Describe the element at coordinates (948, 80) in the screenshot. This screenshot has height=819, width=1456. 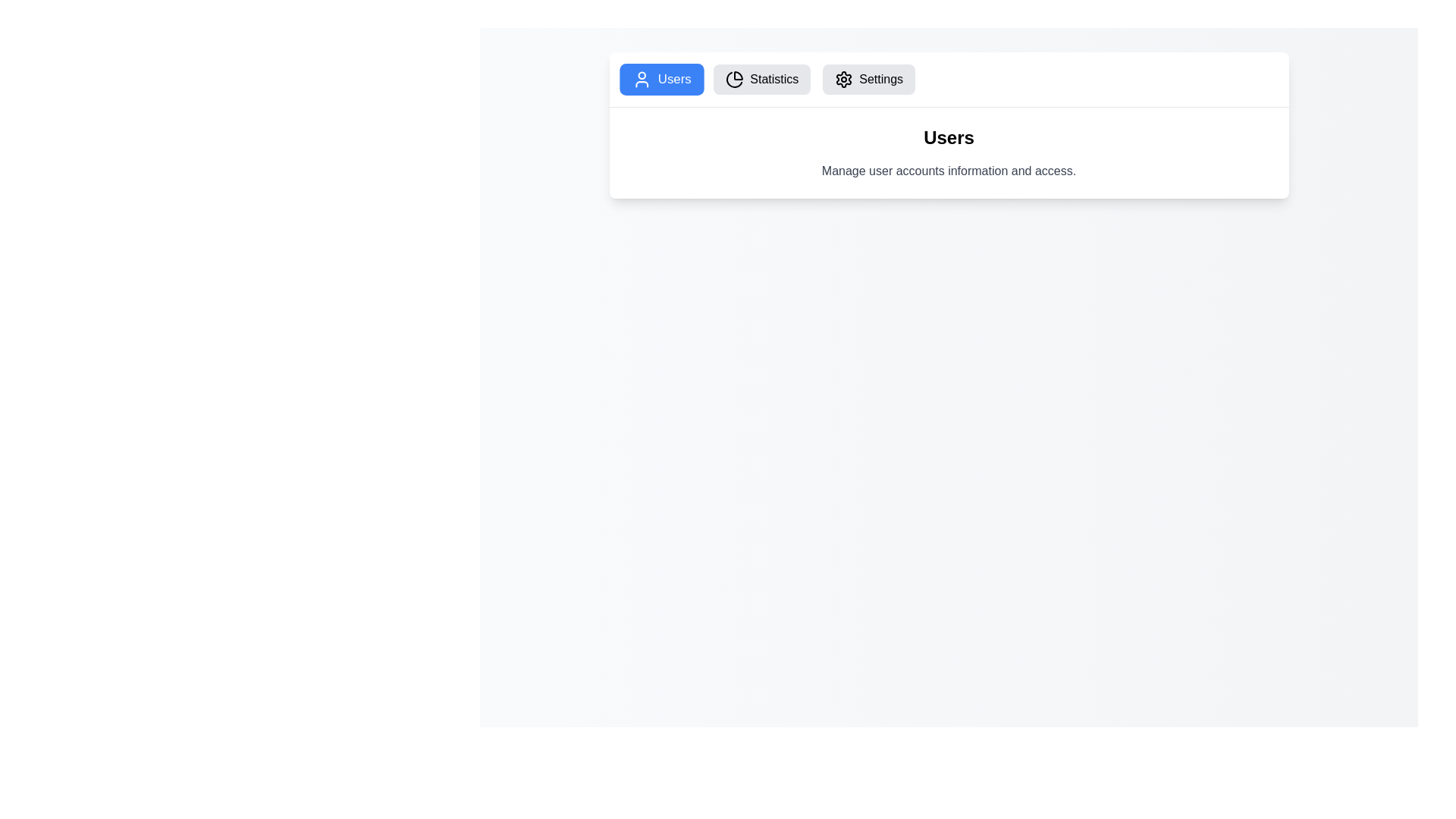
I see `the 'Settings' button in the navigation bar, which is styled with a gray background and is the third button from the left` at that location.